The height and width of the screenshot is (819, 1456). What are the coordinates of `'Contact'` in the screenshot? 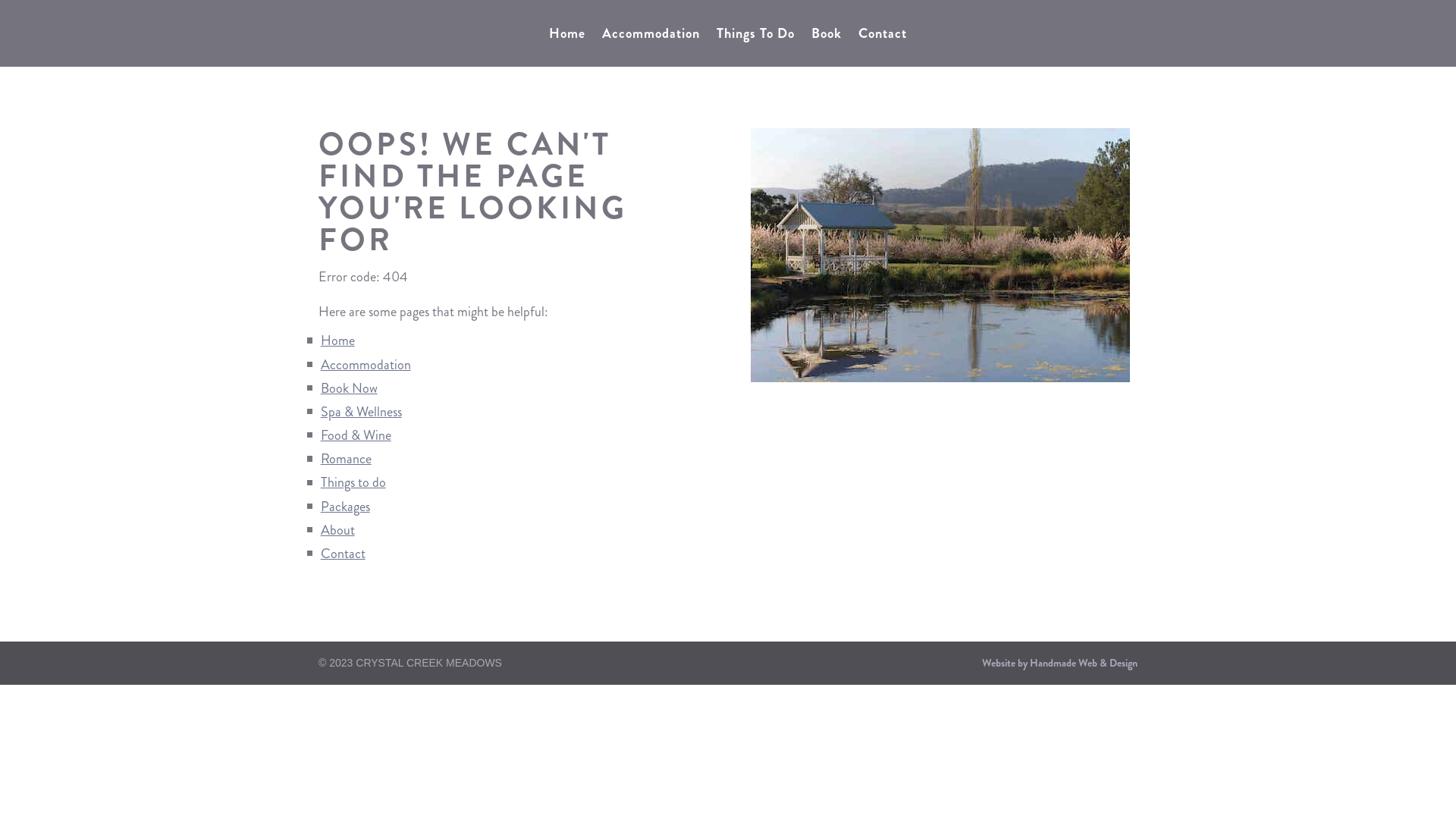 It's located at (342, 553).